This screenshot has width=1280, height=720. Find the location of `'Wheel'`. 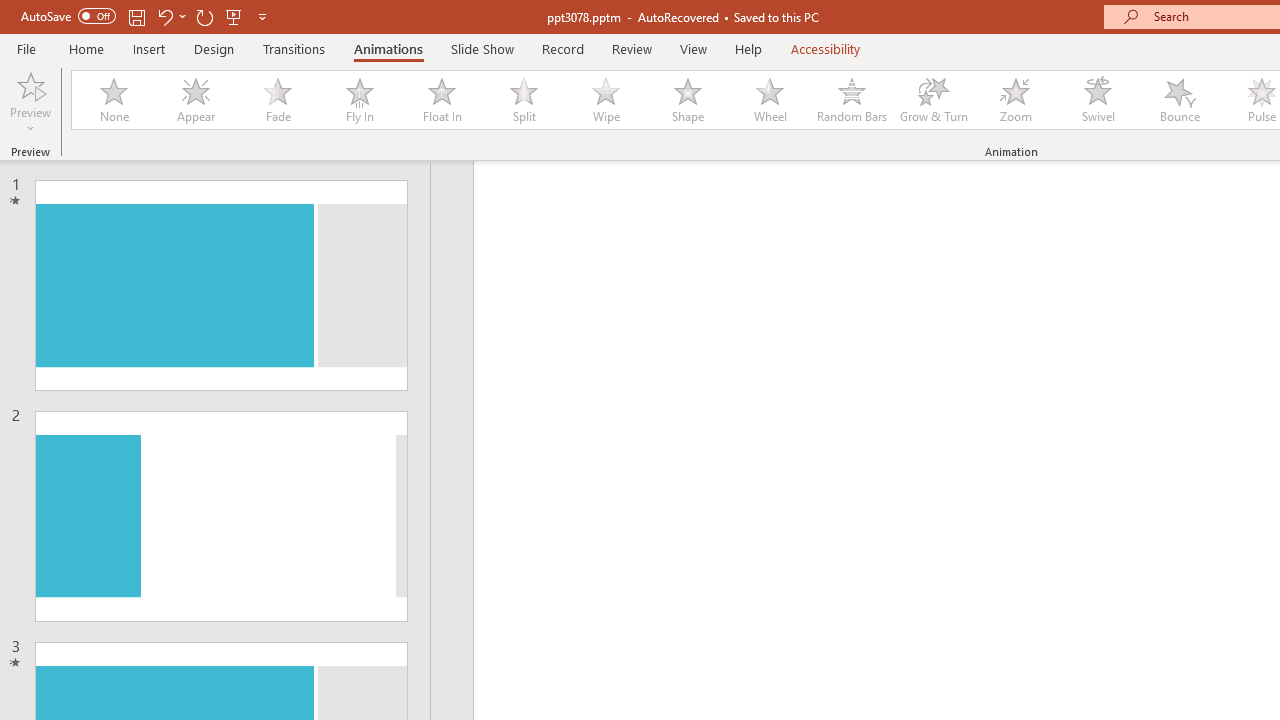

'Wheel' is located at coordinates (769, 100).